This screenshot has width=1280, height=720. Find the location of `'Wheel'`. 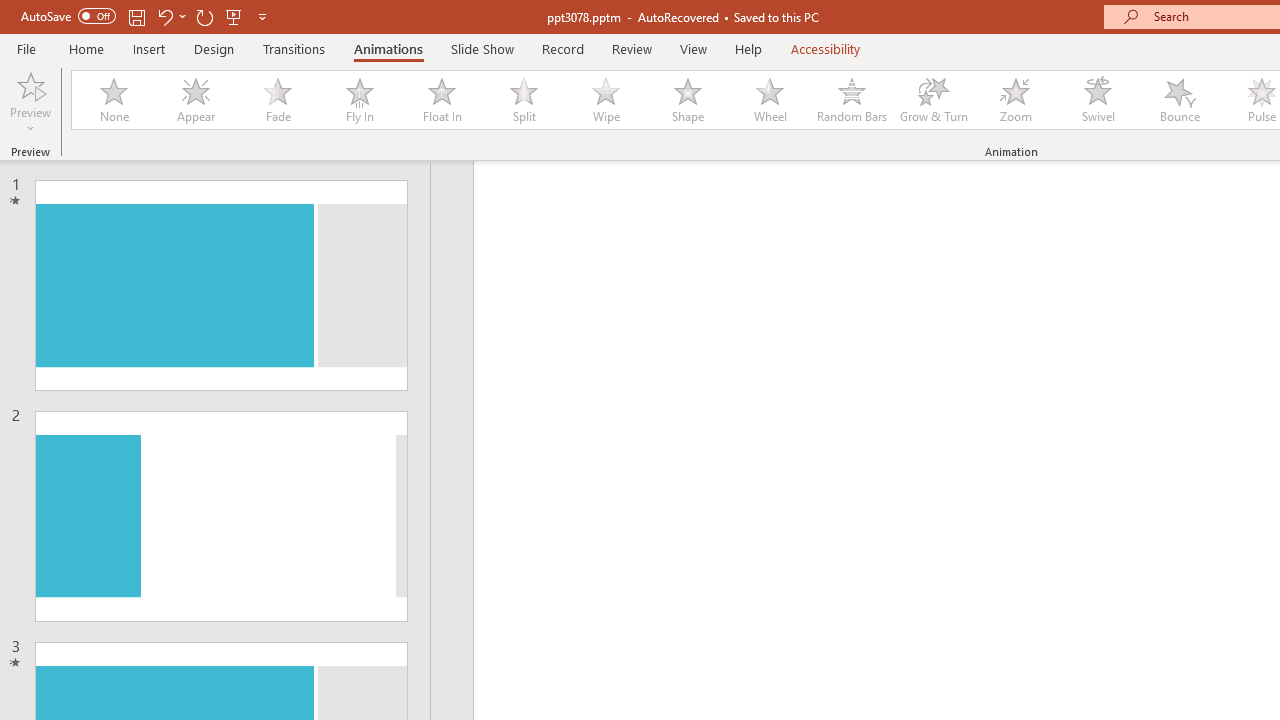

'Wheel' is located at coordinates (769, 100).